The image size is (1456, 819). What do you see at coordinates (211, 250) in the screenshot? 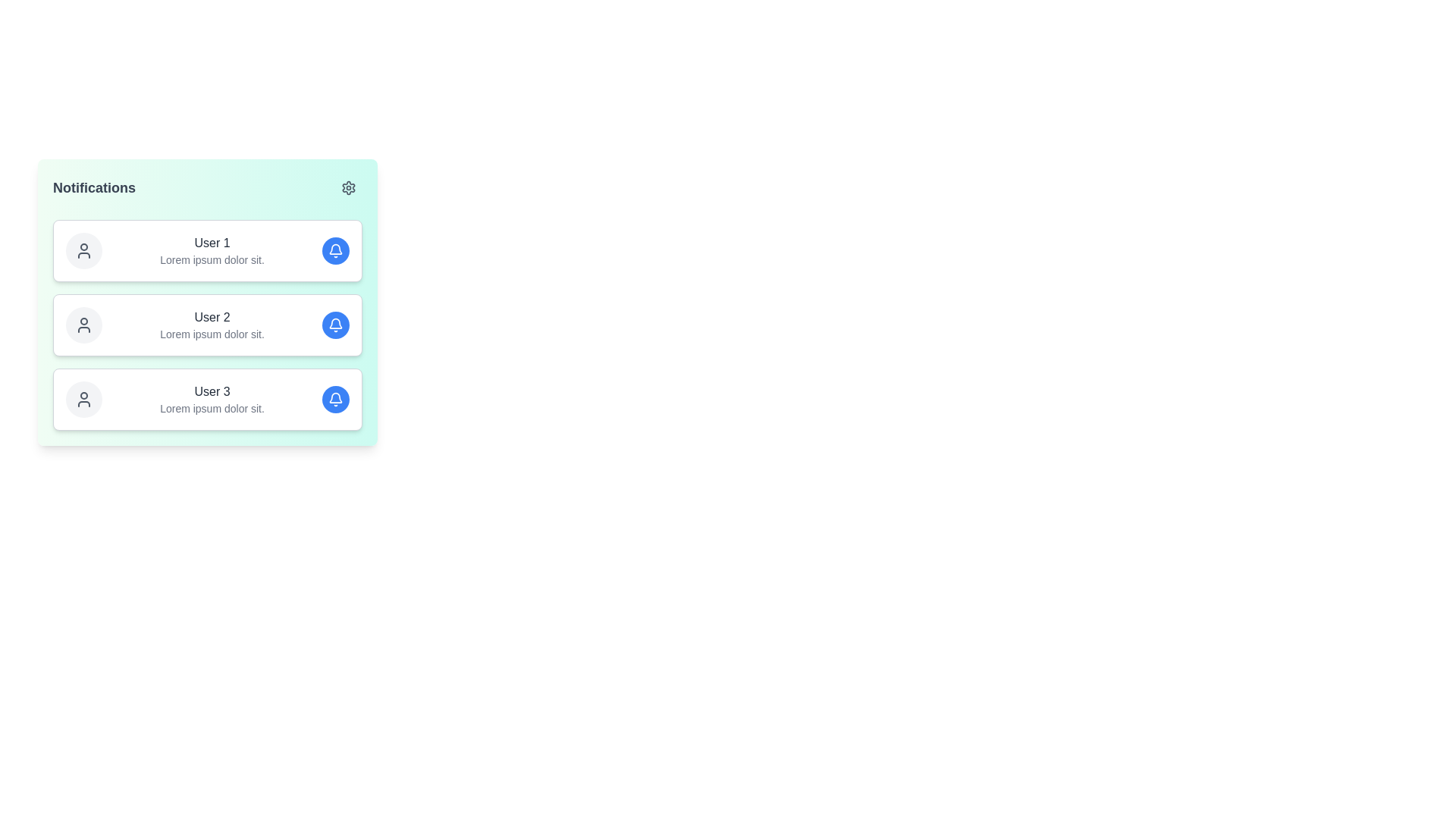
I see `text content displayed in the topmost notification card, which includes the user name and a brief description` at bounding box center [211, 250].